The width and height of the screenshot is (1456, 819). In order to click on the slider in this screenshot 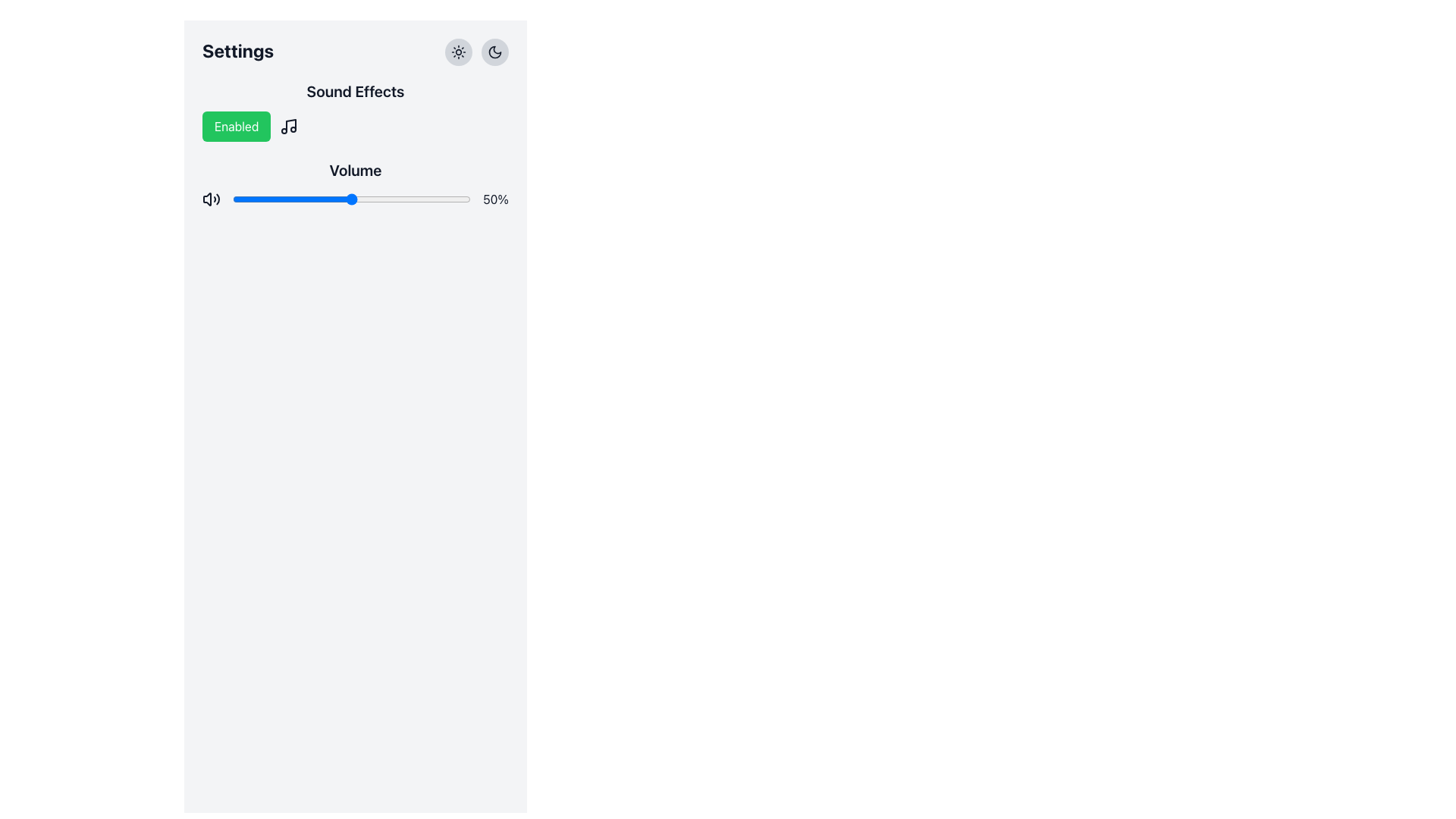, I will do `click(299, 198)`.